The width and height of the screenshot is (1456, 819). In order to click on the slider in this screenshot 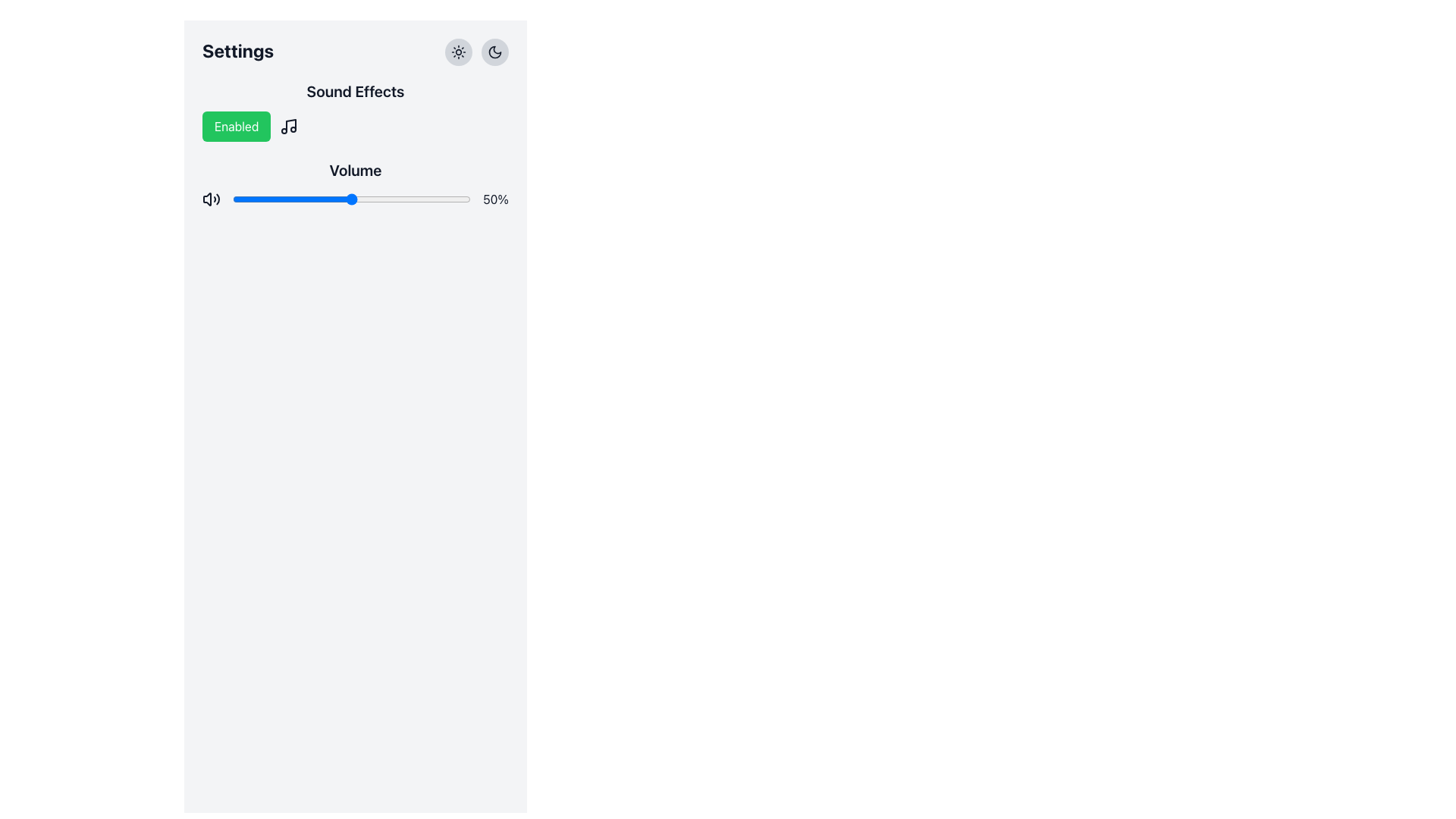, I will do `click(299, 198)`.